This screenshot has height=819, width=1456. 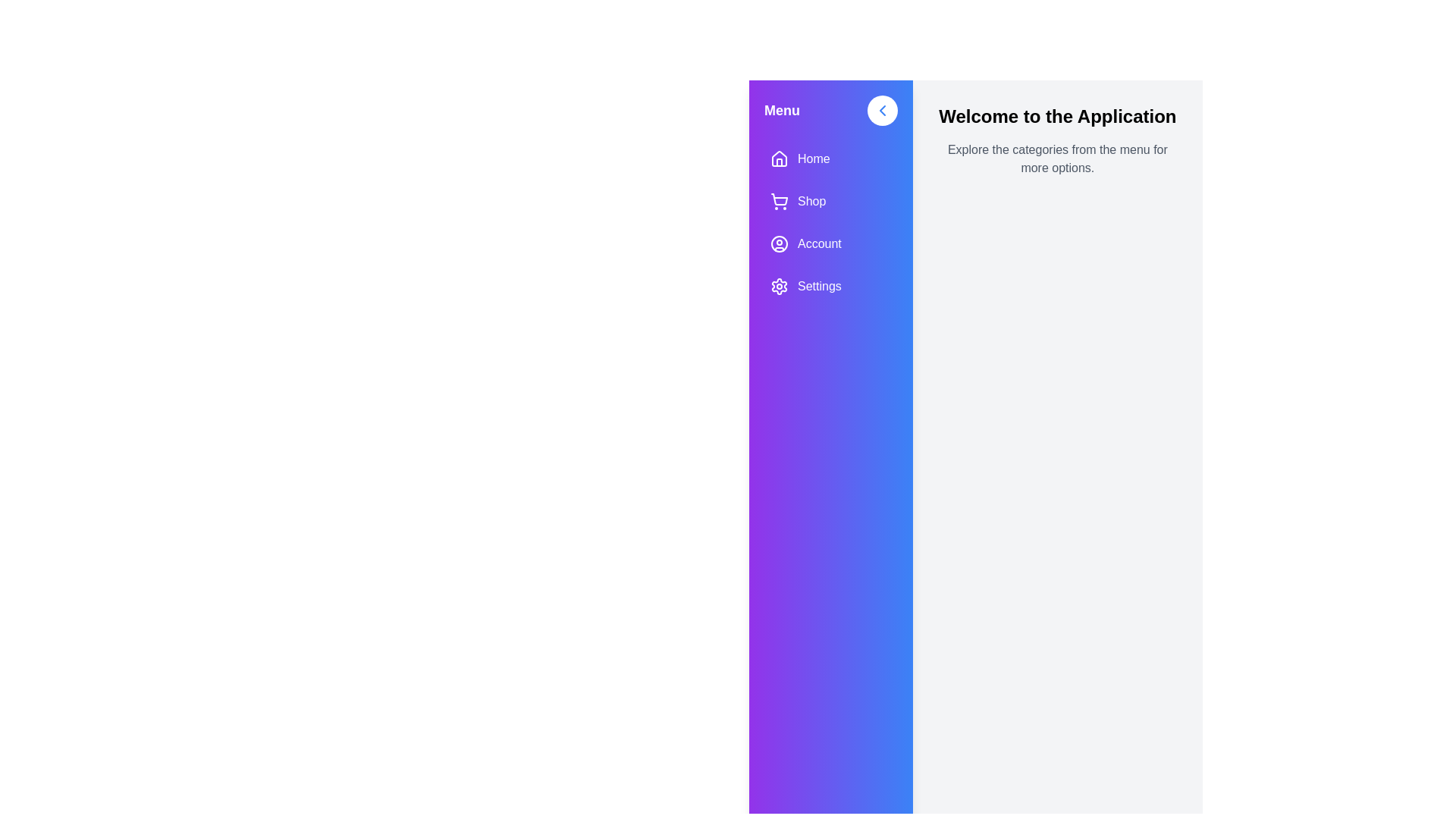 I want to click on the 'Home' menu text label in the sidebar, which serves as a navigation point to the home section of the application, so click(x=813, y=158).